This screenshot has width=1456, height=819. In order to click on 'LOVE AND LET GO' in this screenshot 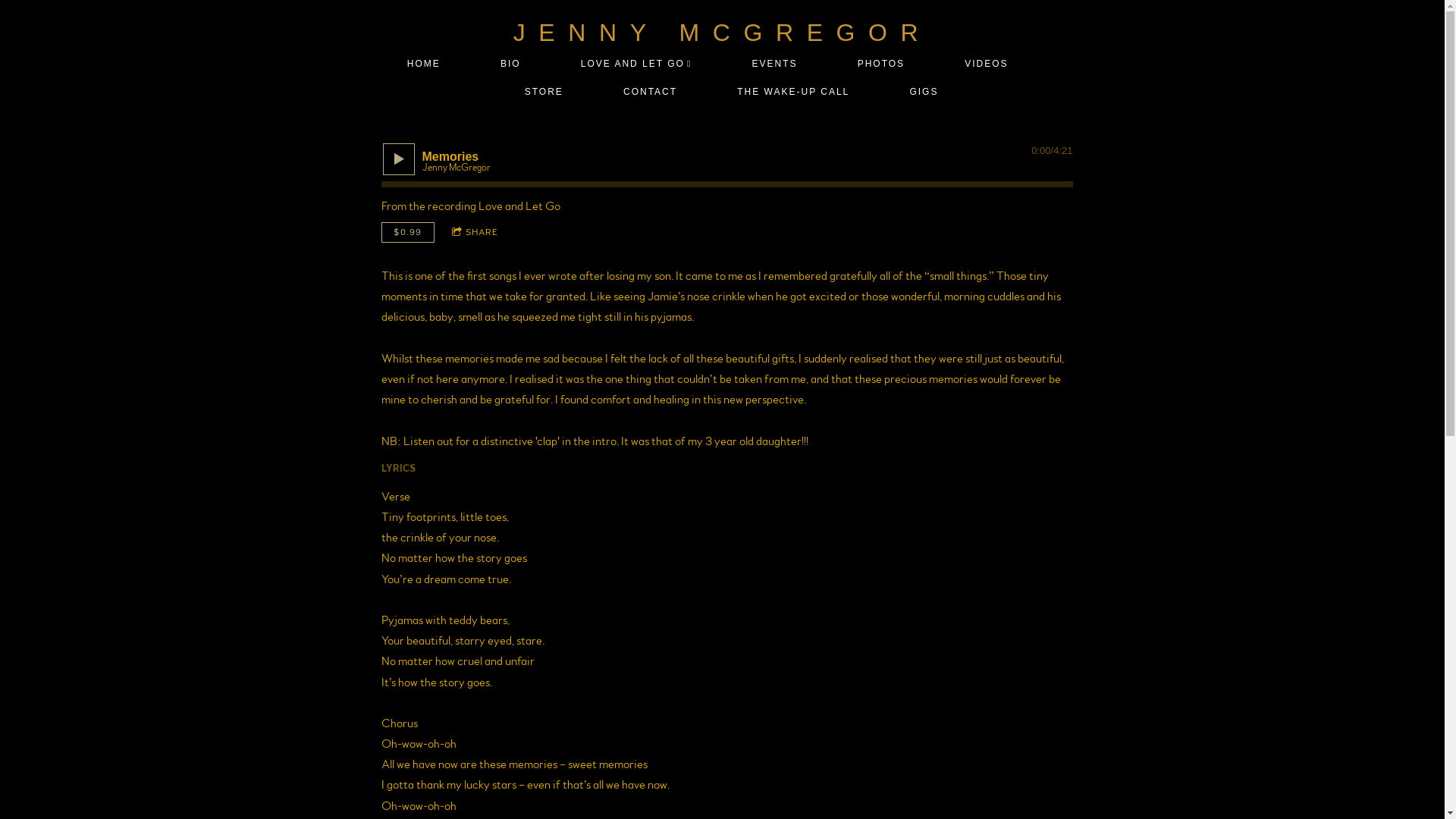, I will do `click(635, 63)`.